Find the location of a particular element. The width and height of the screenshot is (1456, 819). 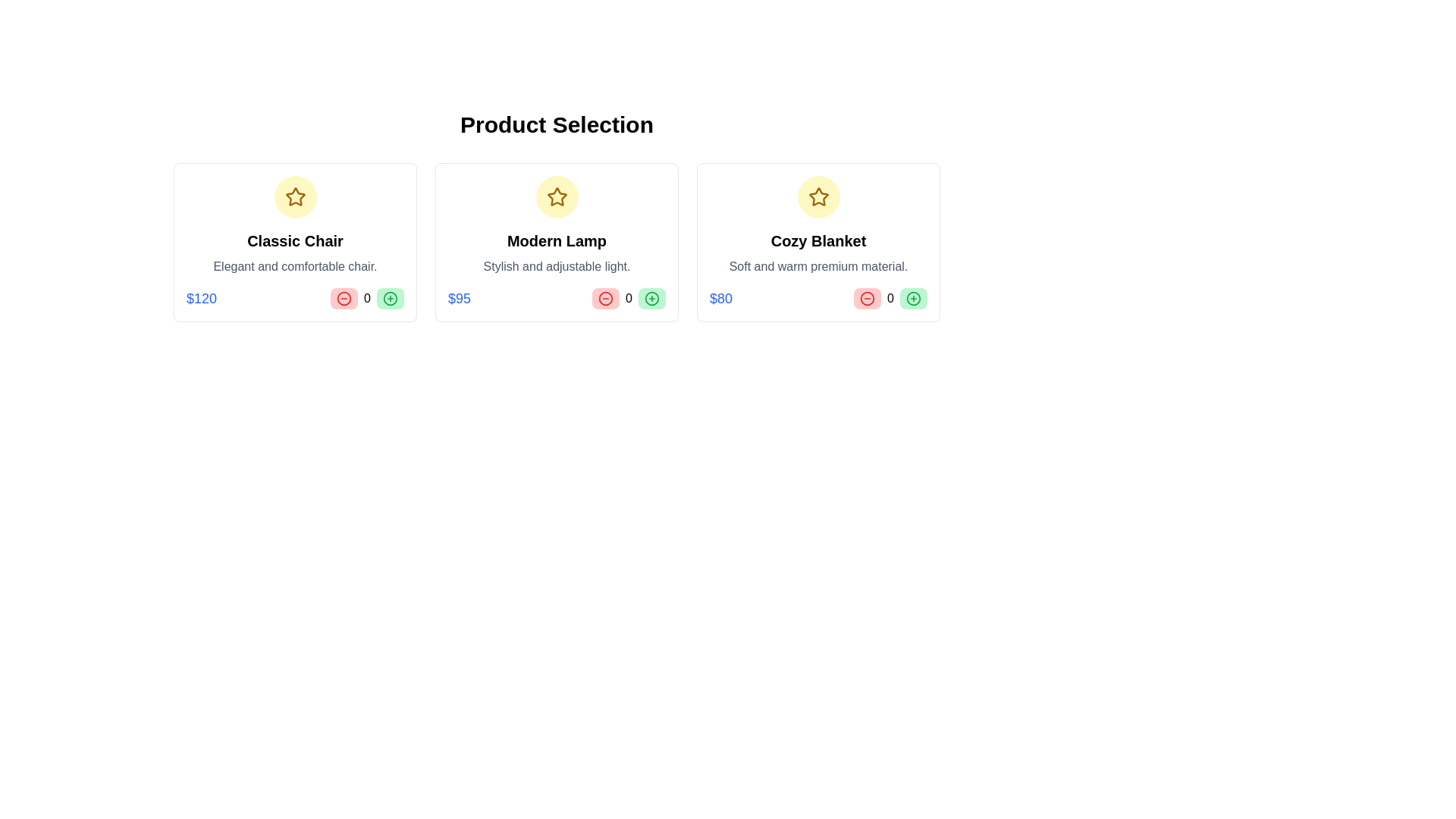

the rating or favorite indicator icon for the 'Cozy Blanket' product, located in the top section of the card above the product description is located at coordinates (817, 196).